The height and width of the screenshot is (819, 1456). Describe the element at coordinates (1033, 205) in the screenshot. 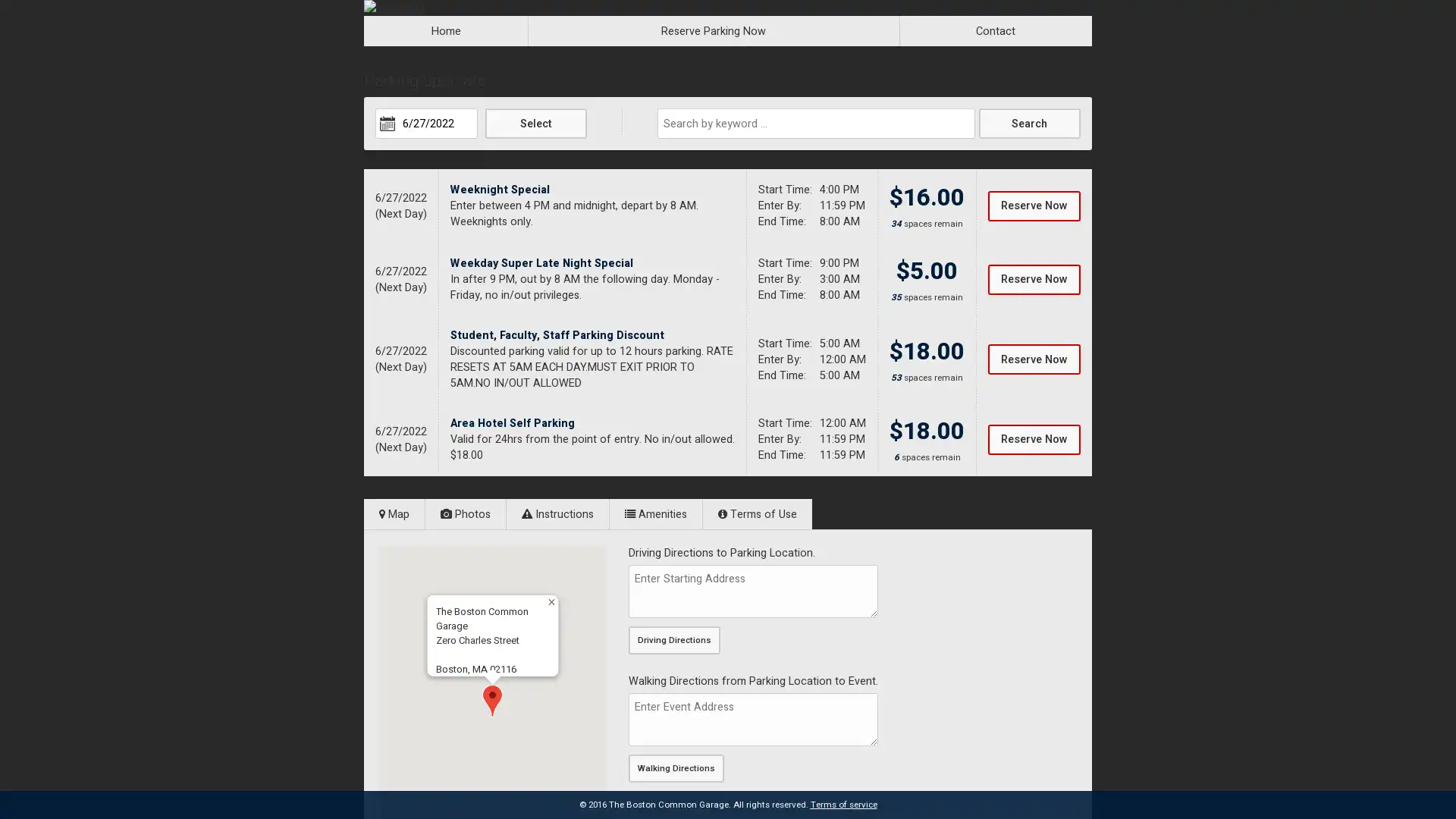

I see `Reserve Now` at that location.